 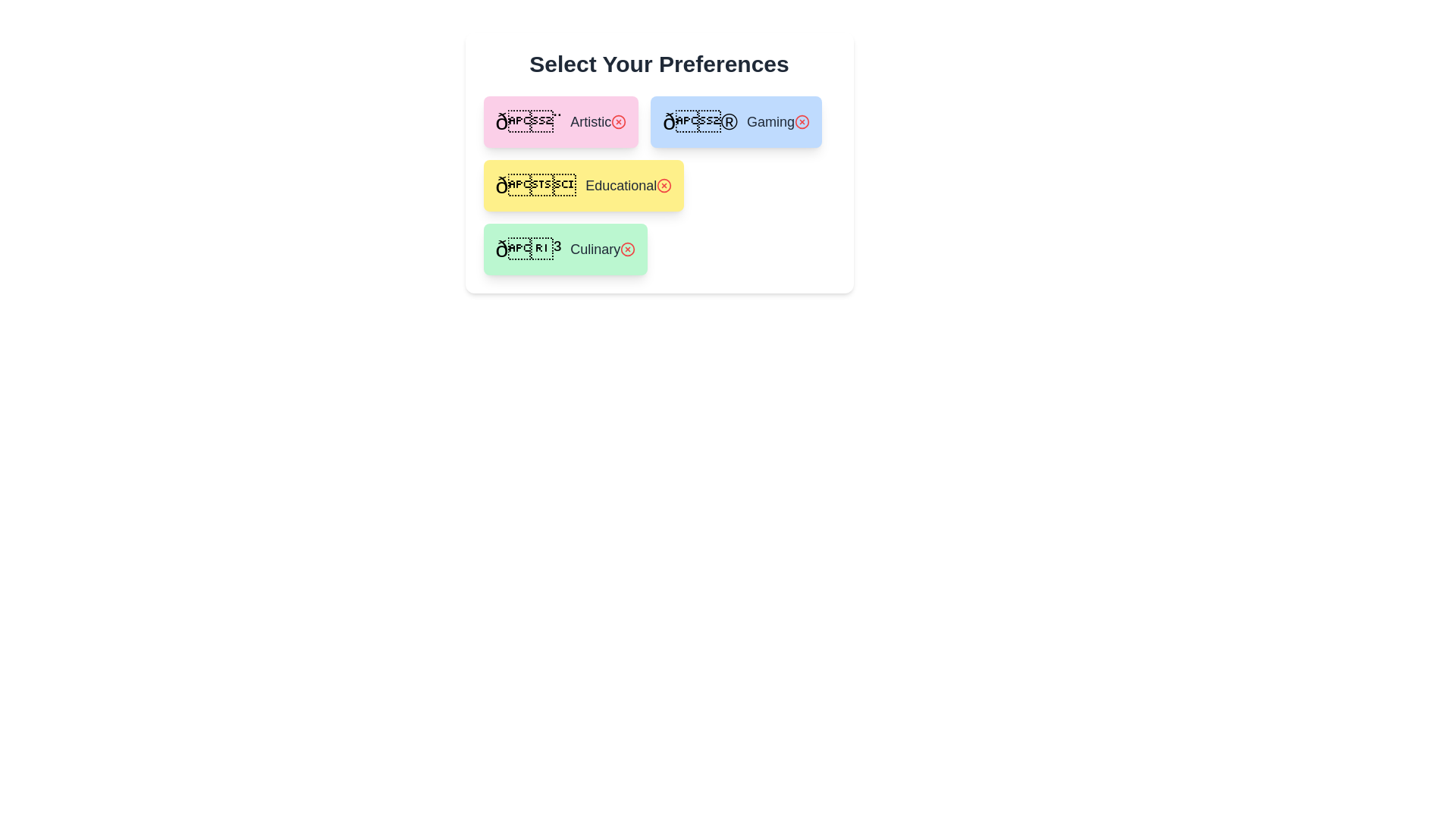 I want to click on the preference Culinary to view its details, so click(x=564, y=248).